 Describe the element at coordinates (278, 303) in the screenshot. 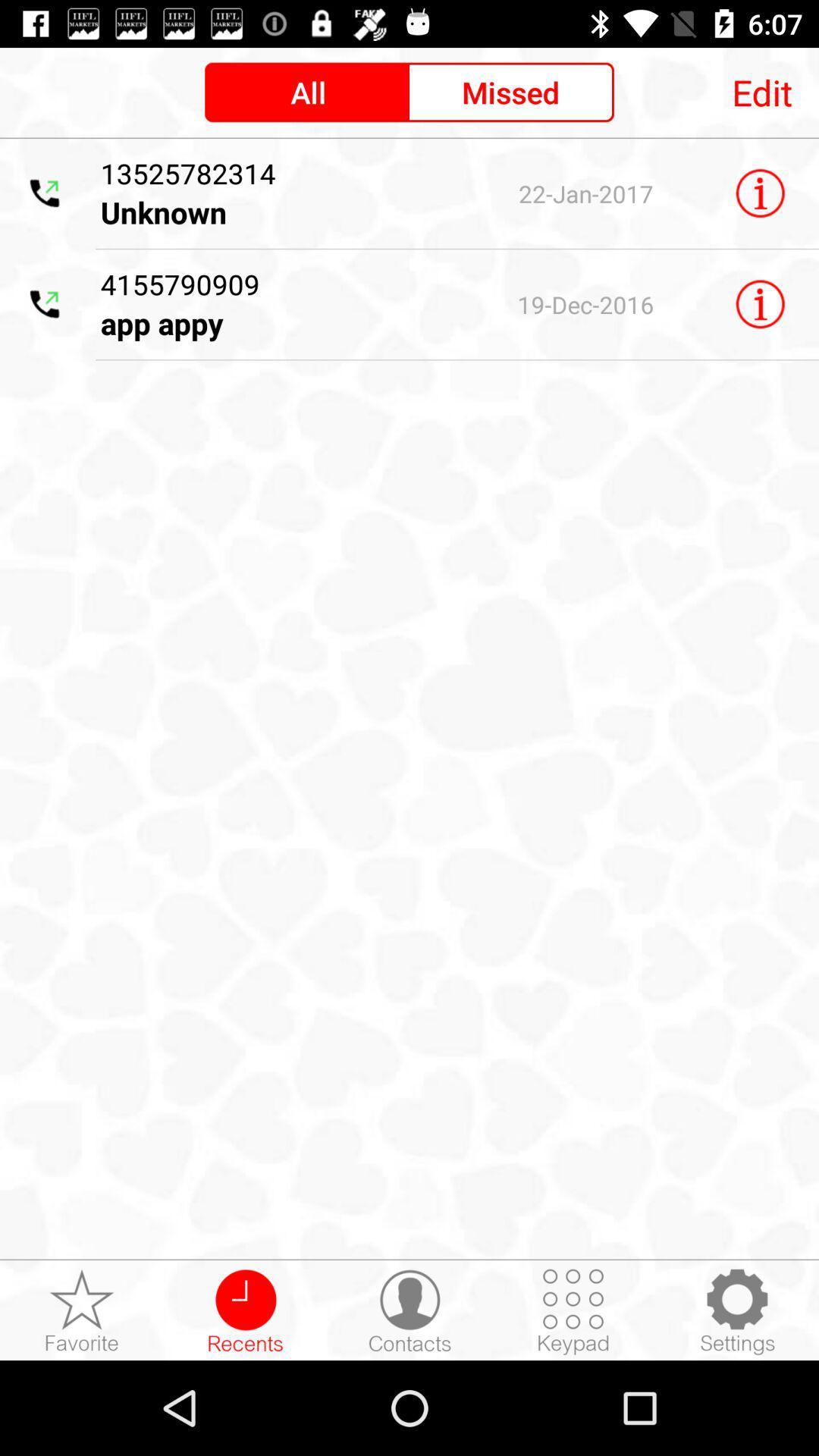

I see `second option right to second call icon` at that location.